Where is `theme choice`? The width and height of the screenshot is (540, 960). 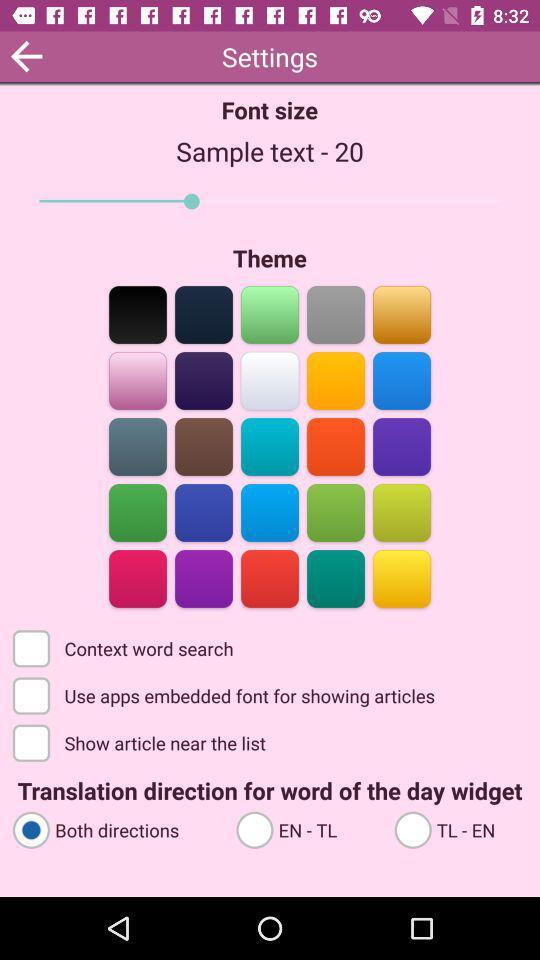
theme choice is located at coordinates (203, 445).